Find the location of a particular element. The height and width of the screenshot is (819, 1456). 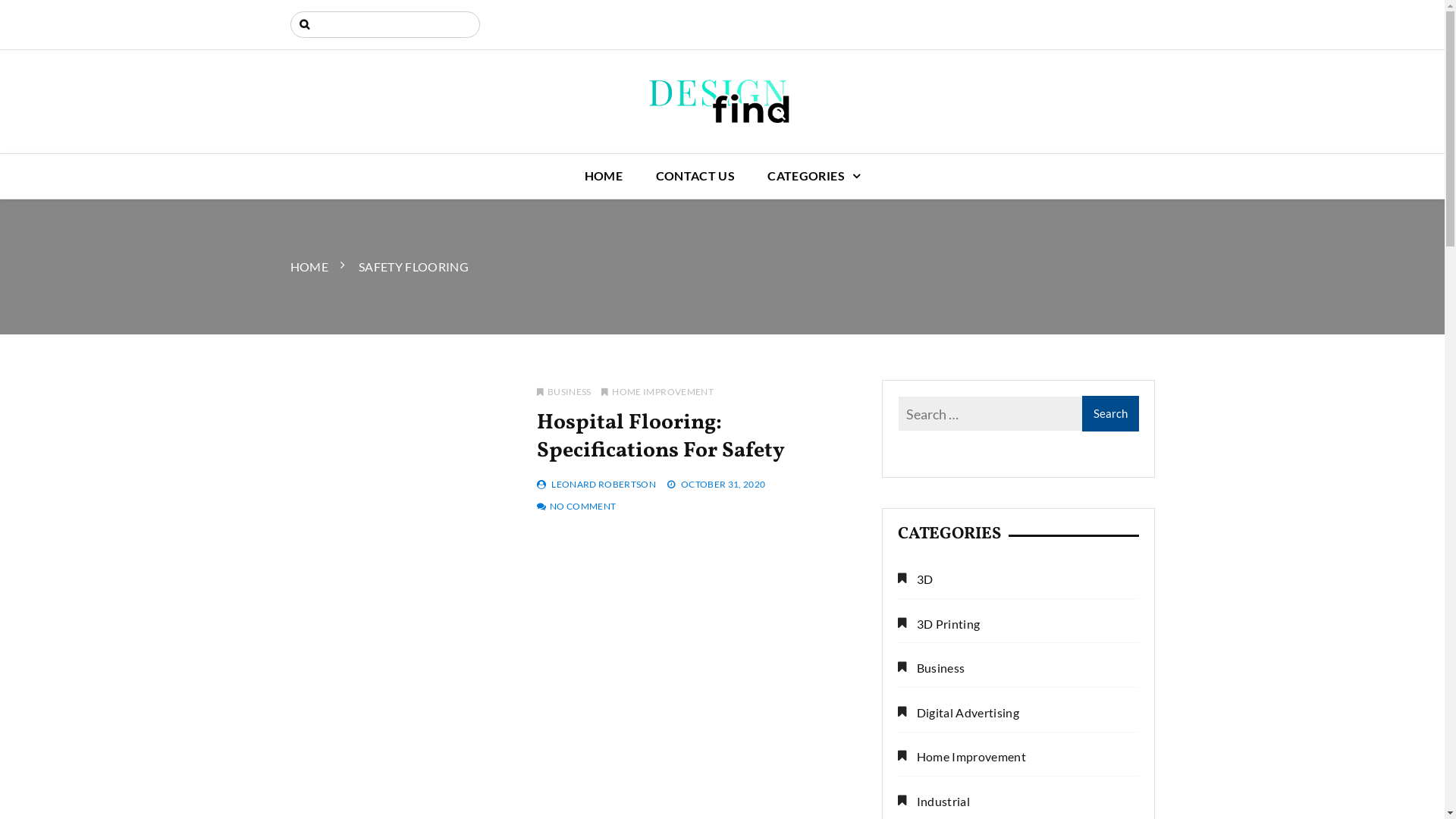

'Digital Advertising' is located at coordinates (958, 713).